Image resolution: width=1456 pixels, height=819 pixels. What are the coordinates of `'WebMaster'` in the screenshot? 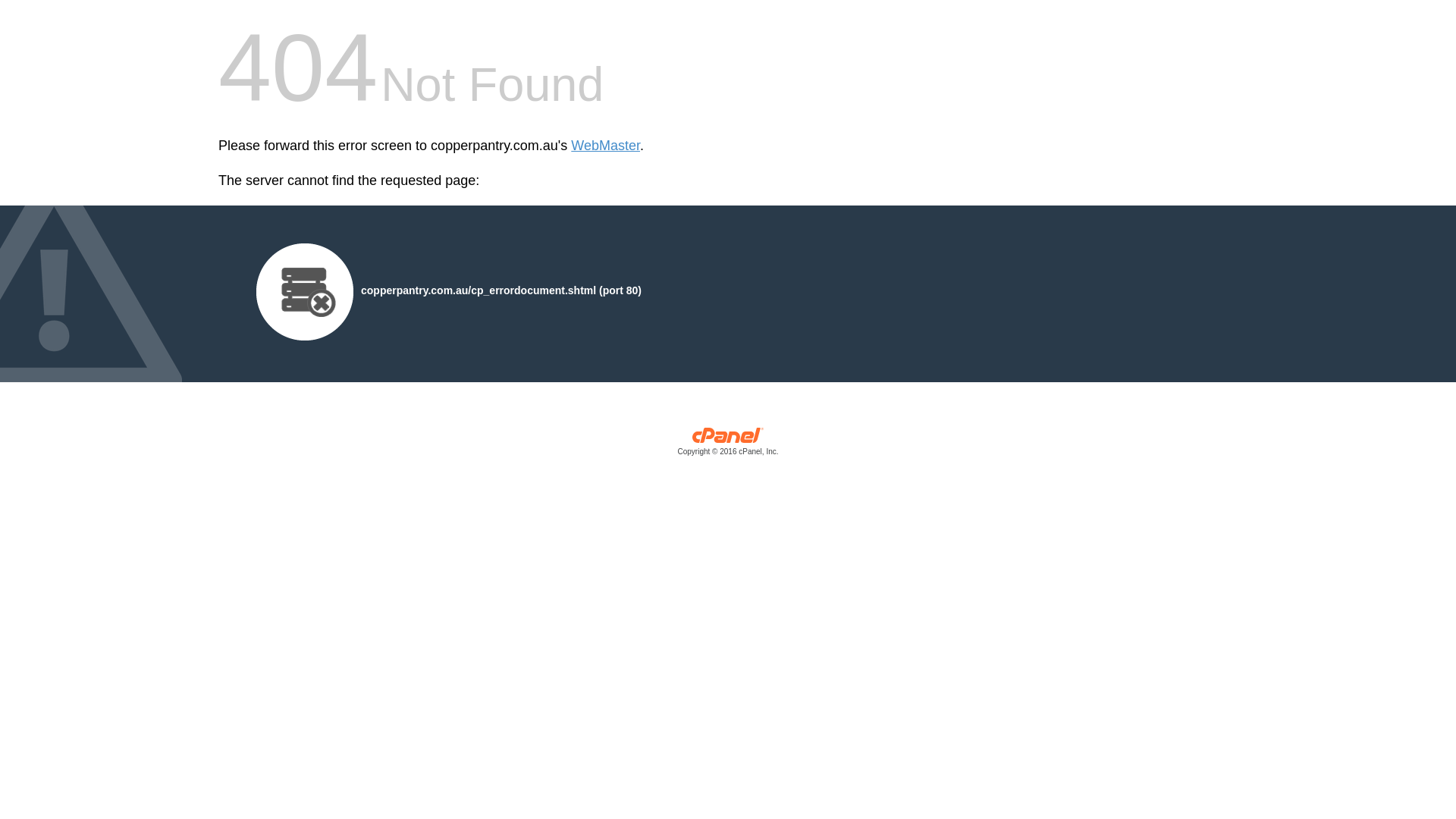 It's located at (604, 146).